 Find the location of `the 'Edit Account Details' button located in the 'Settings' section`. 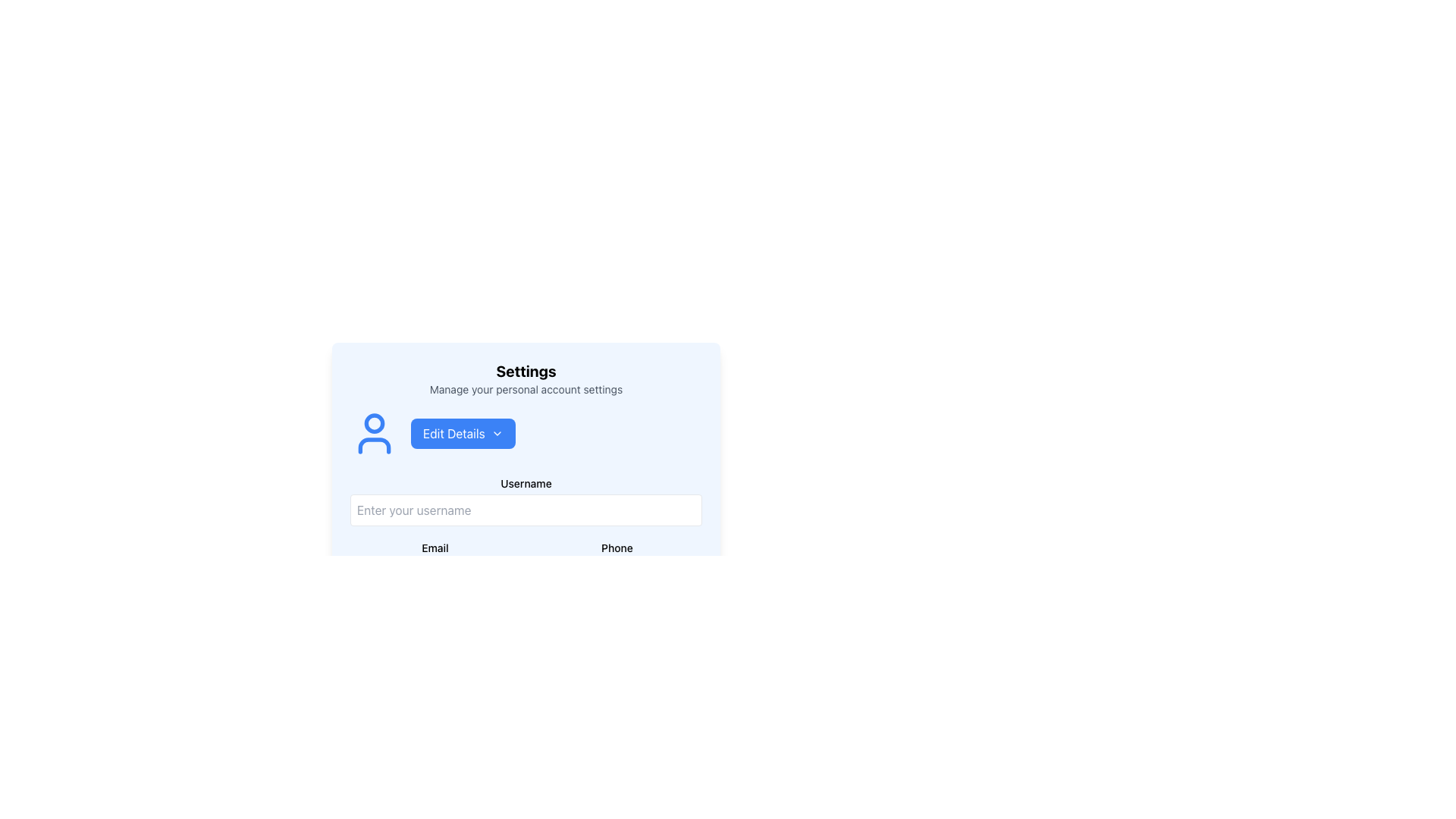

the 'Edit Account Details' button located in the 'Settings' section is located at coordinates (526, 433).